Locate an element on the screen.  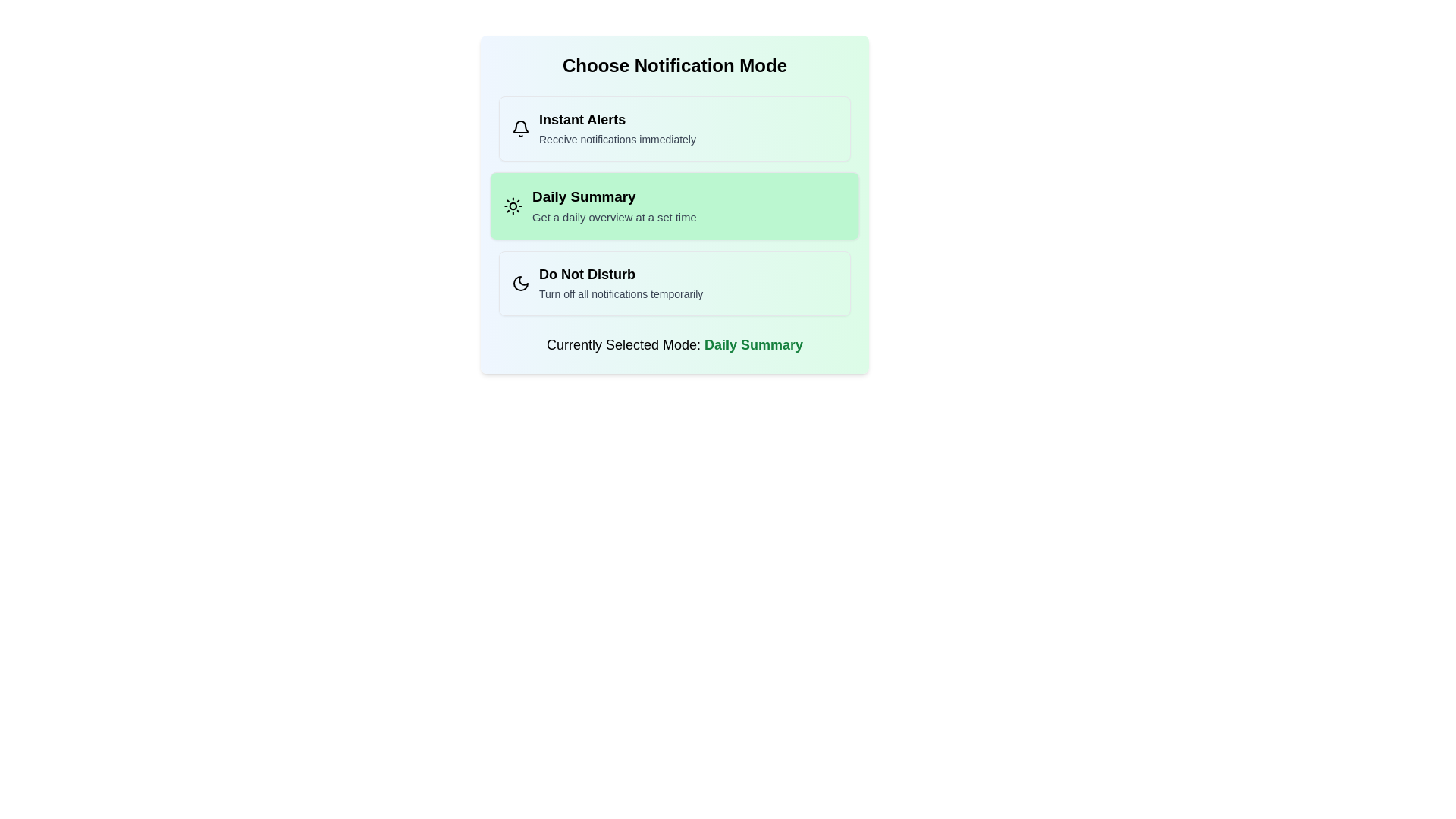
the 'Do Not Disturb' TextLabel, which is bold and slightly larger, indicating a section title within the notification settings card is located at coordinates (621, 275).